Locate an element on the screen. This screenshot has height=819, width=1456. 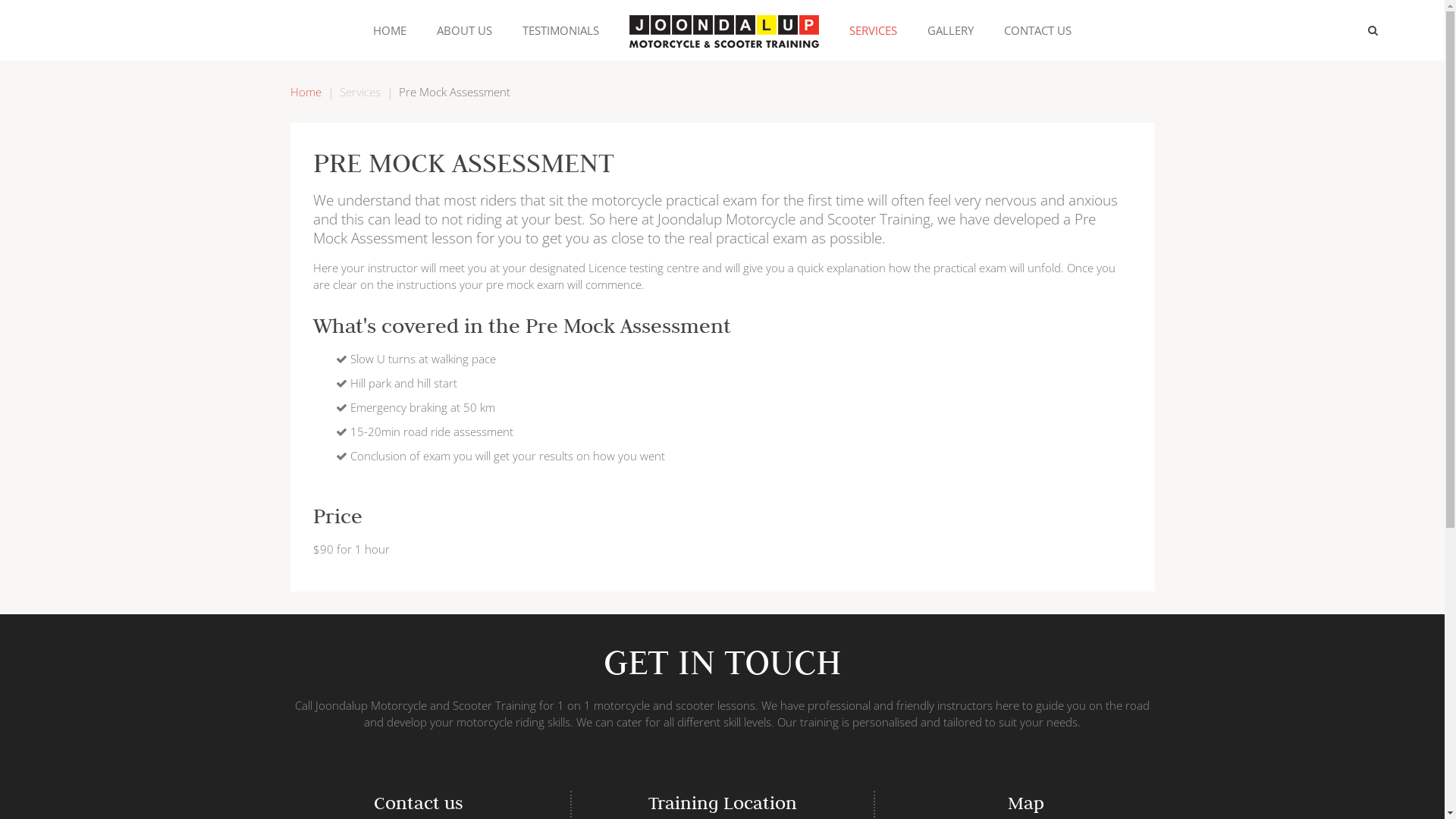
'TESTIMONIALS' is located at coordinates (560, 30).